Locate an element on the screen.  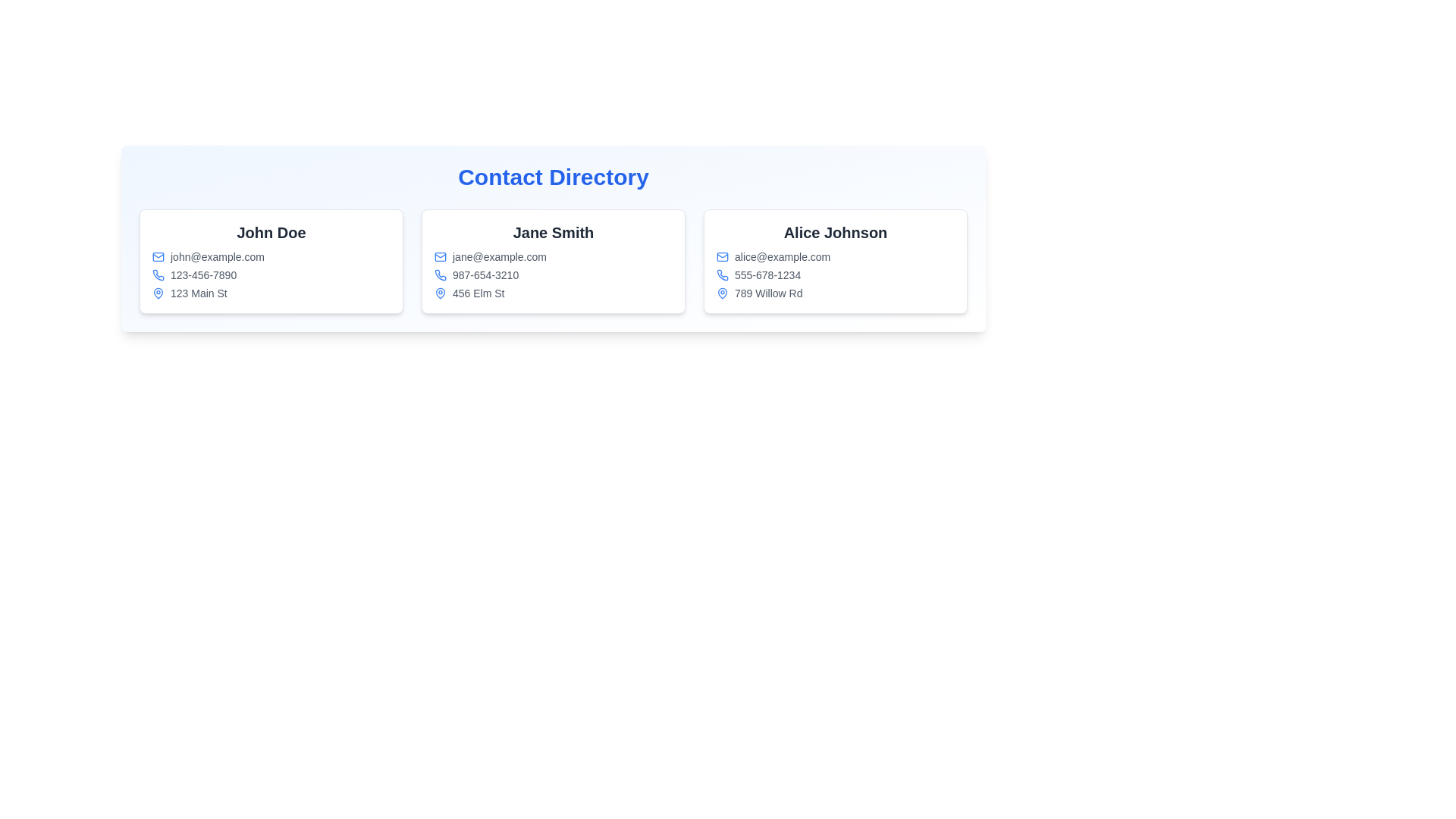
the blue envelope icon representing an email indicator, which is located immediately before the email address 'jane@example.com' in the second contact card of the 'Contact Directory' section is located at coordinates (439, 256).